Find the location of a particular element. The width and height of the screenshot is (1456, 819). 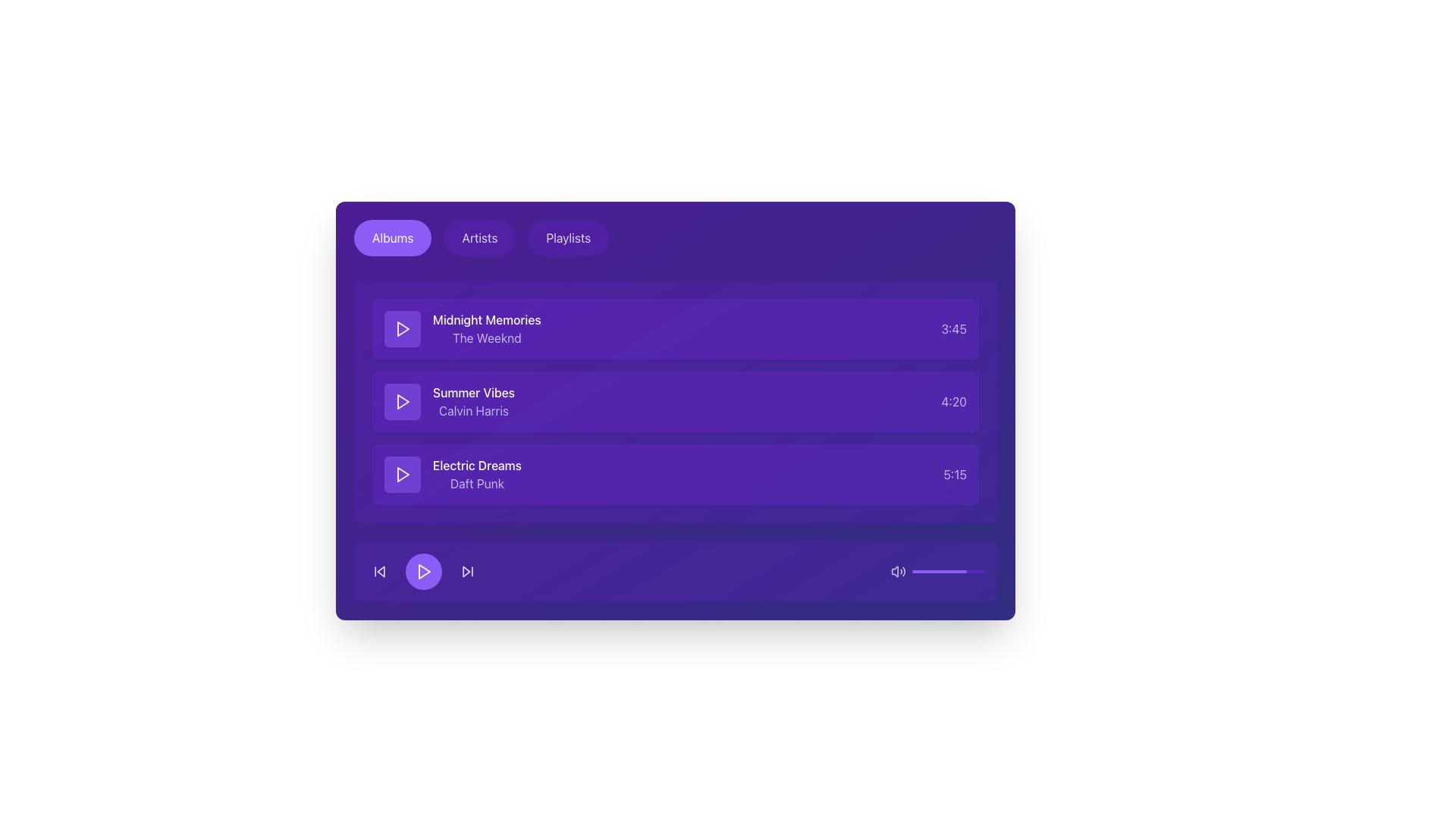

the third button in the top section of the interface to trigger hover effects, which is located to the right of the 'Albums' and 'Artists' buttons is located at coordinates (567, 237).